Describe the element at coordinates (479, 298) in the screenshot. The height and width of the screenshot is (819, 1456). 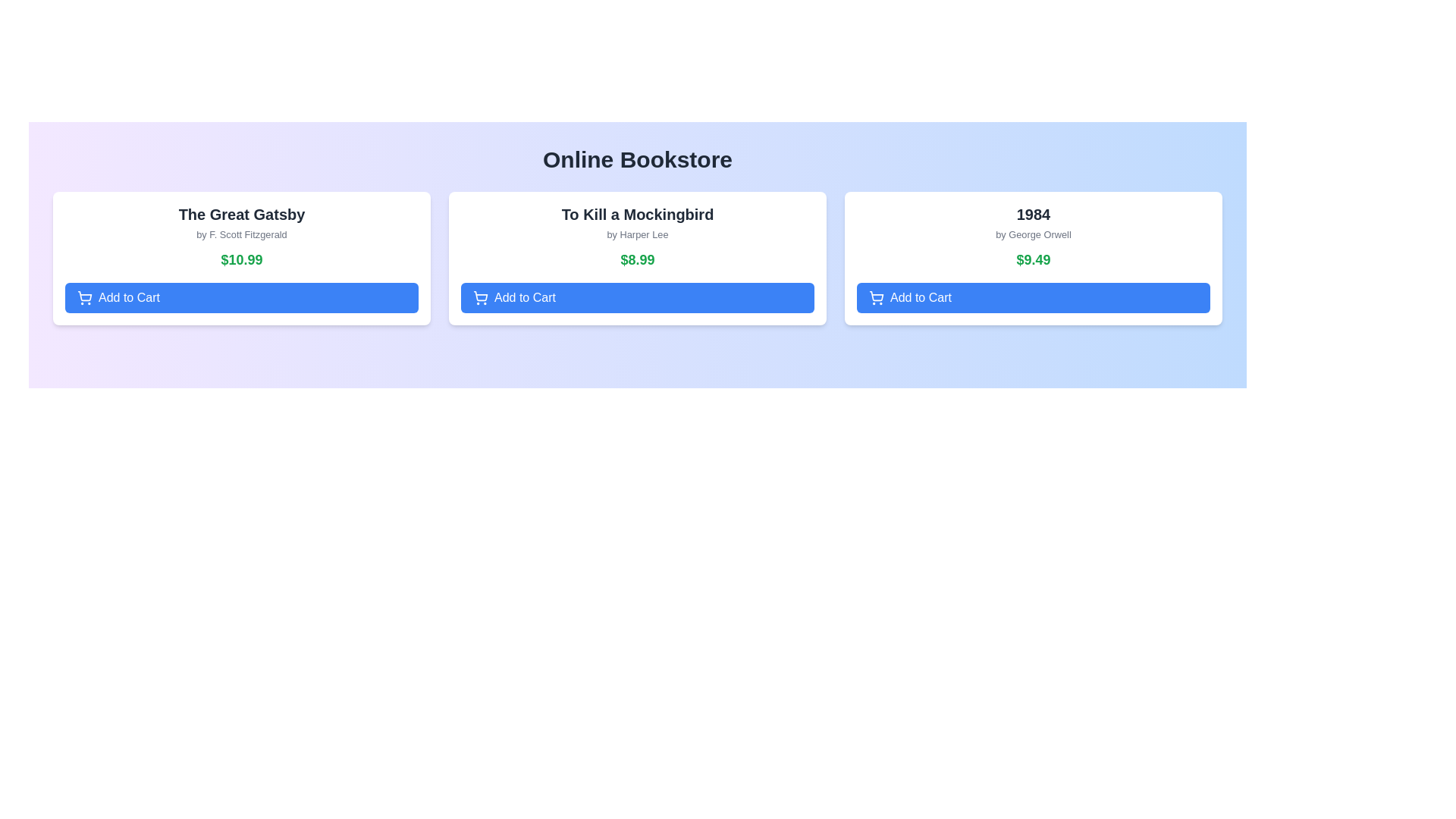
I see `the shopping cart icon located within the 'Add to Cart' button for the book 'To Kill a Mockingbird'` at that location.